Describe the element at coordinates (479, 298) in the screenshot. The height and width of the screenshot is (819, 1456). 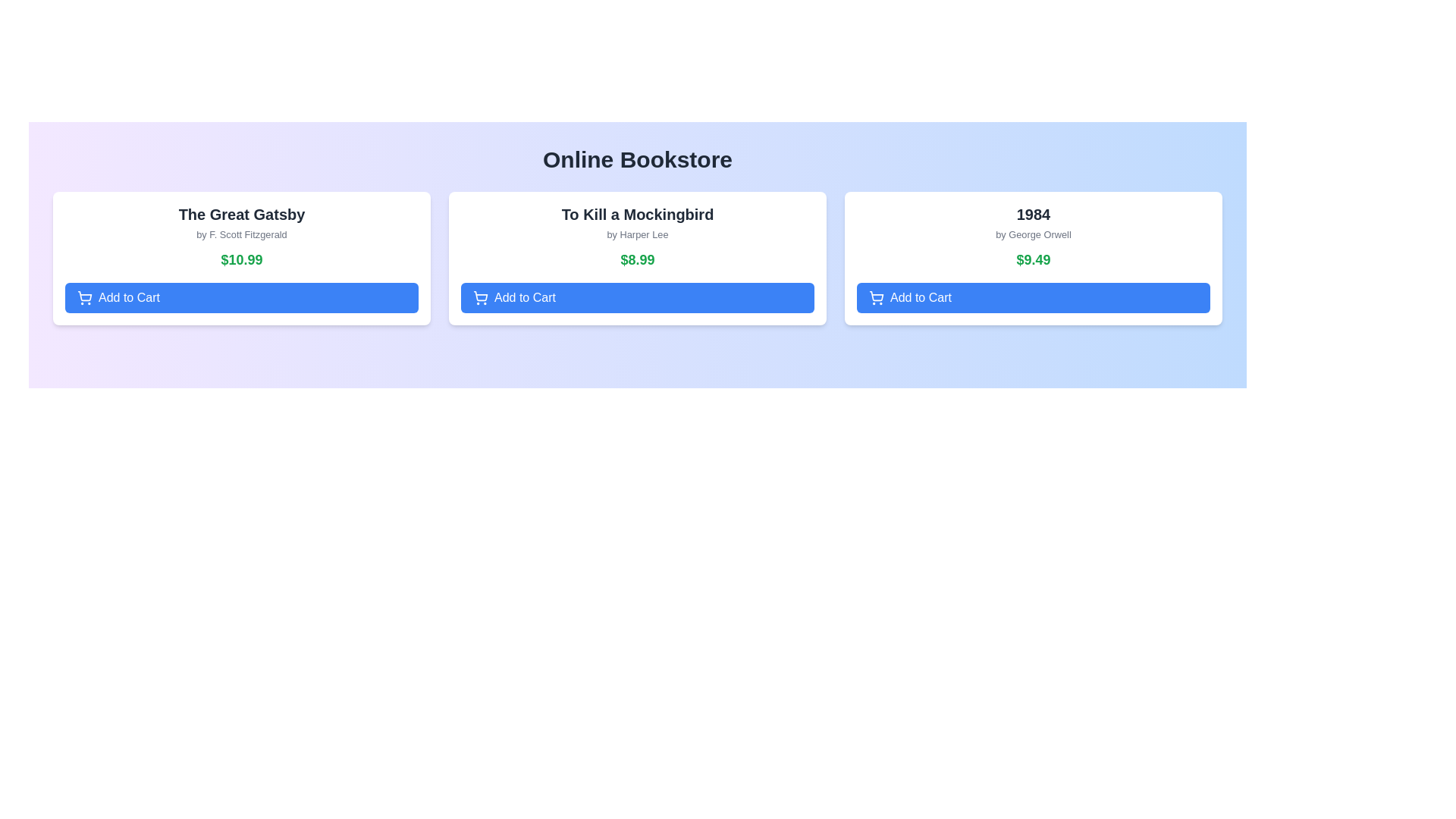
I see `the shopping cart icon located within the 'Add to Cart' button for the book 'To Kill a Mockingbird'` at that location.